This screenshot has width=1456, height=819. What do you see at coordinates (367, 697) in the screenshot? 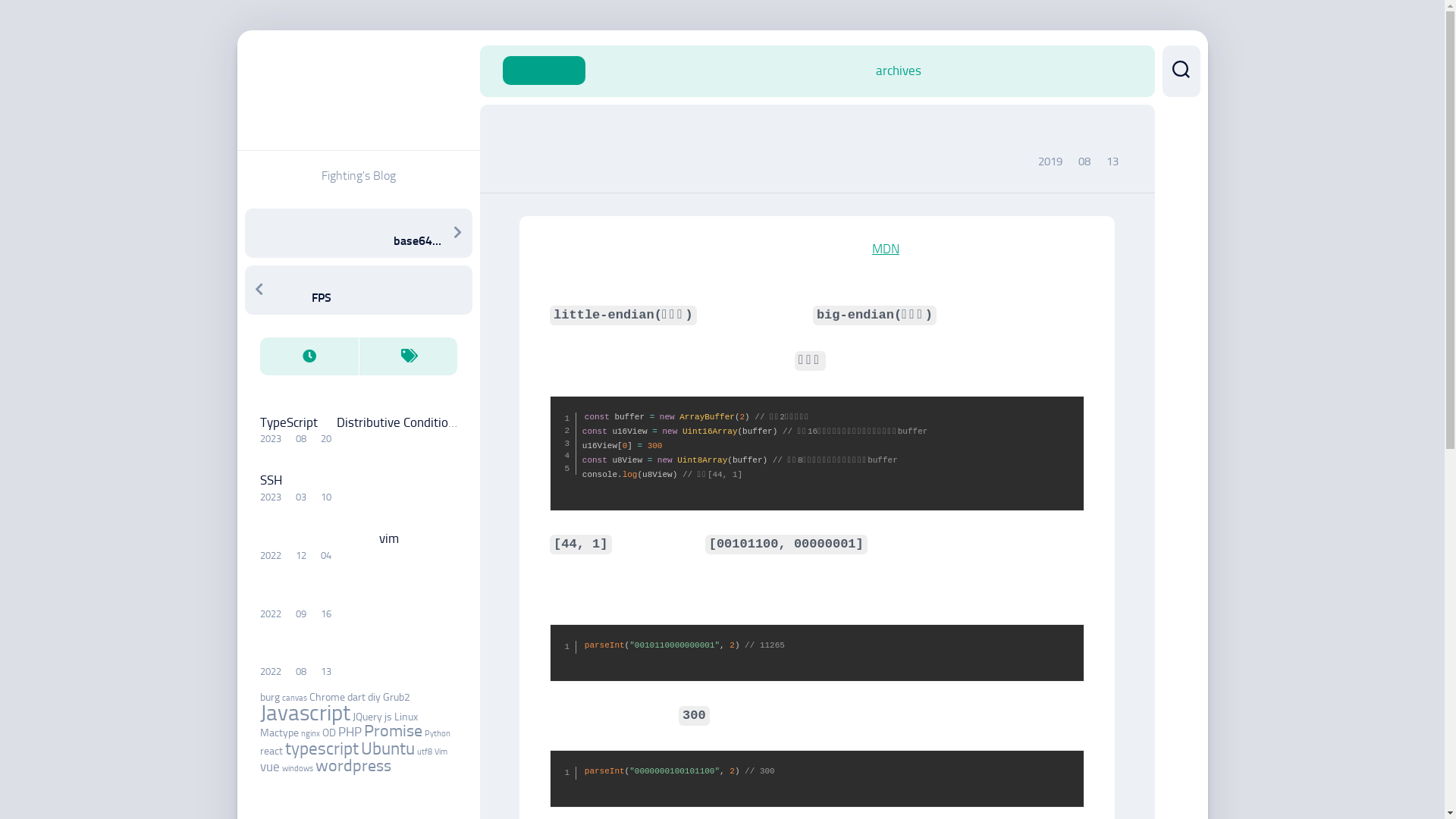
I see `'diy'` at bounding box center [367, 697].